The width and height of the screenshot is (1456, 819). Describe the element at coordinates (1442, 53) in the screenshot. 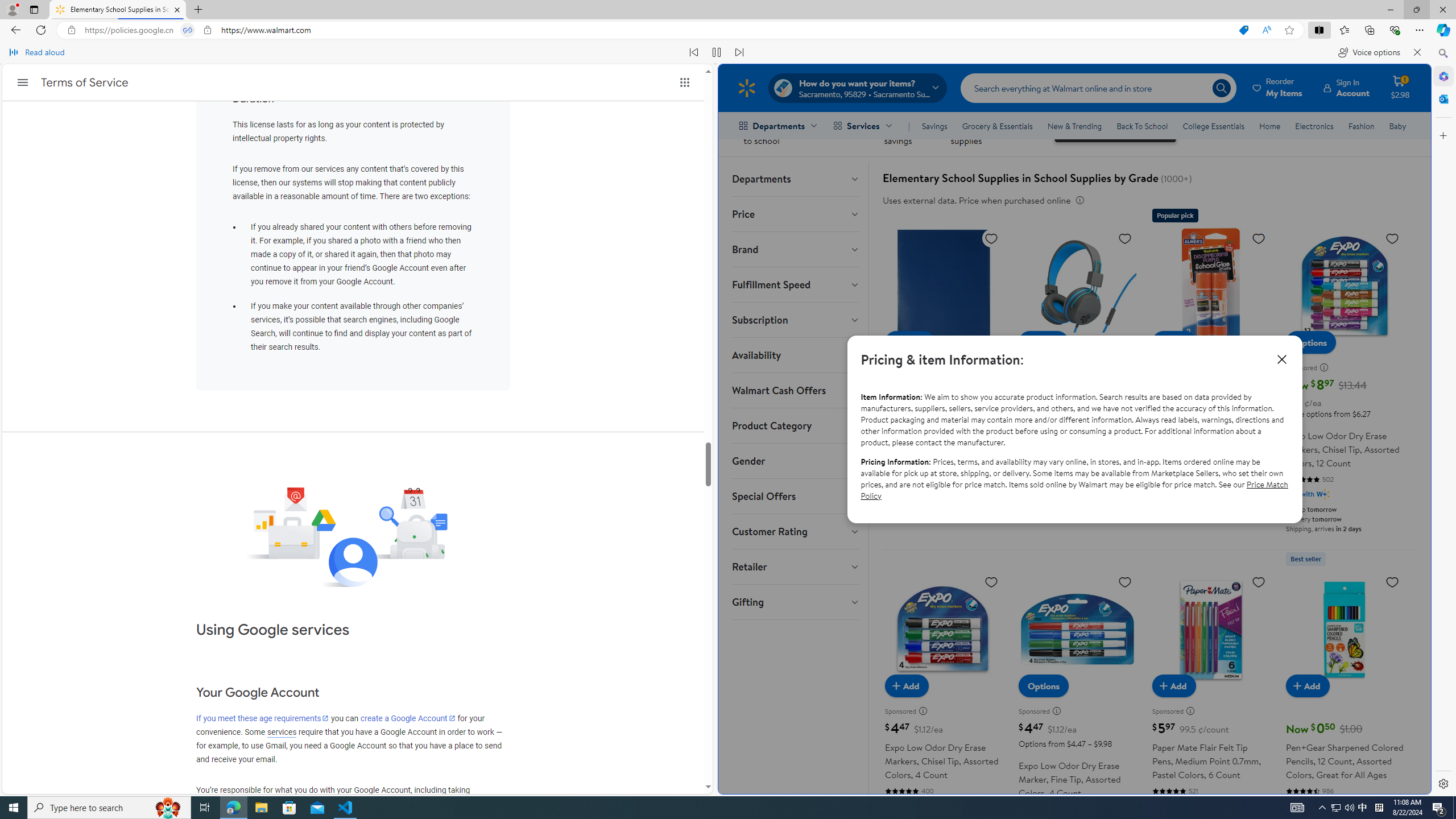

I see `'Close Search pane'` at that location.